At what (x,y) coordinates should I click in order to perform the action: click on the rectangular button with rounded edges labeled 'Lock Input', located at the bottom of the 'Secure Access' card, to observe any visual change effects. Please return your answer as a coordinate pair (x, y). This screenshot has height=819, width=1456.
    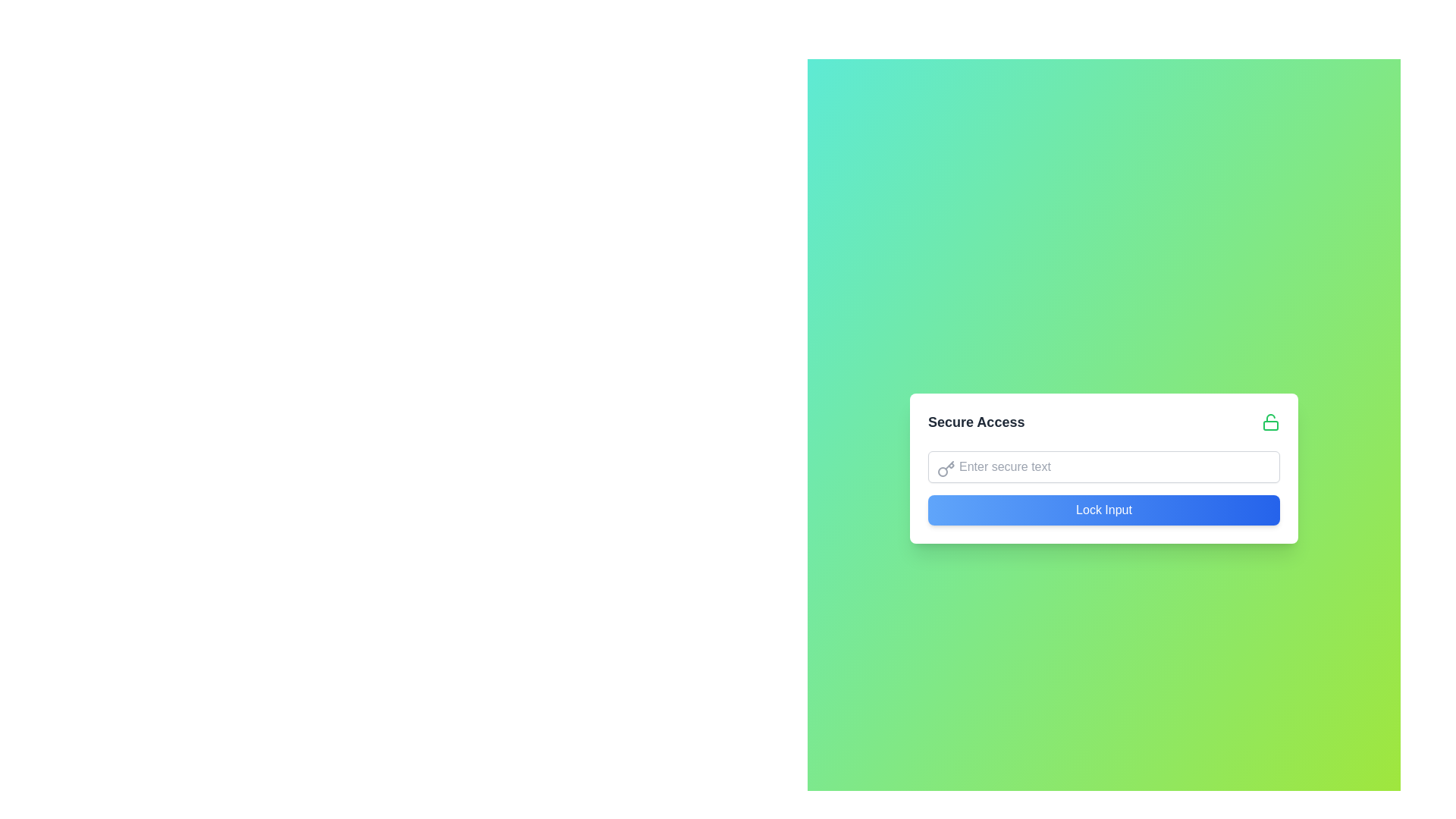
    Looking at the image, I should click on (1103, 510).